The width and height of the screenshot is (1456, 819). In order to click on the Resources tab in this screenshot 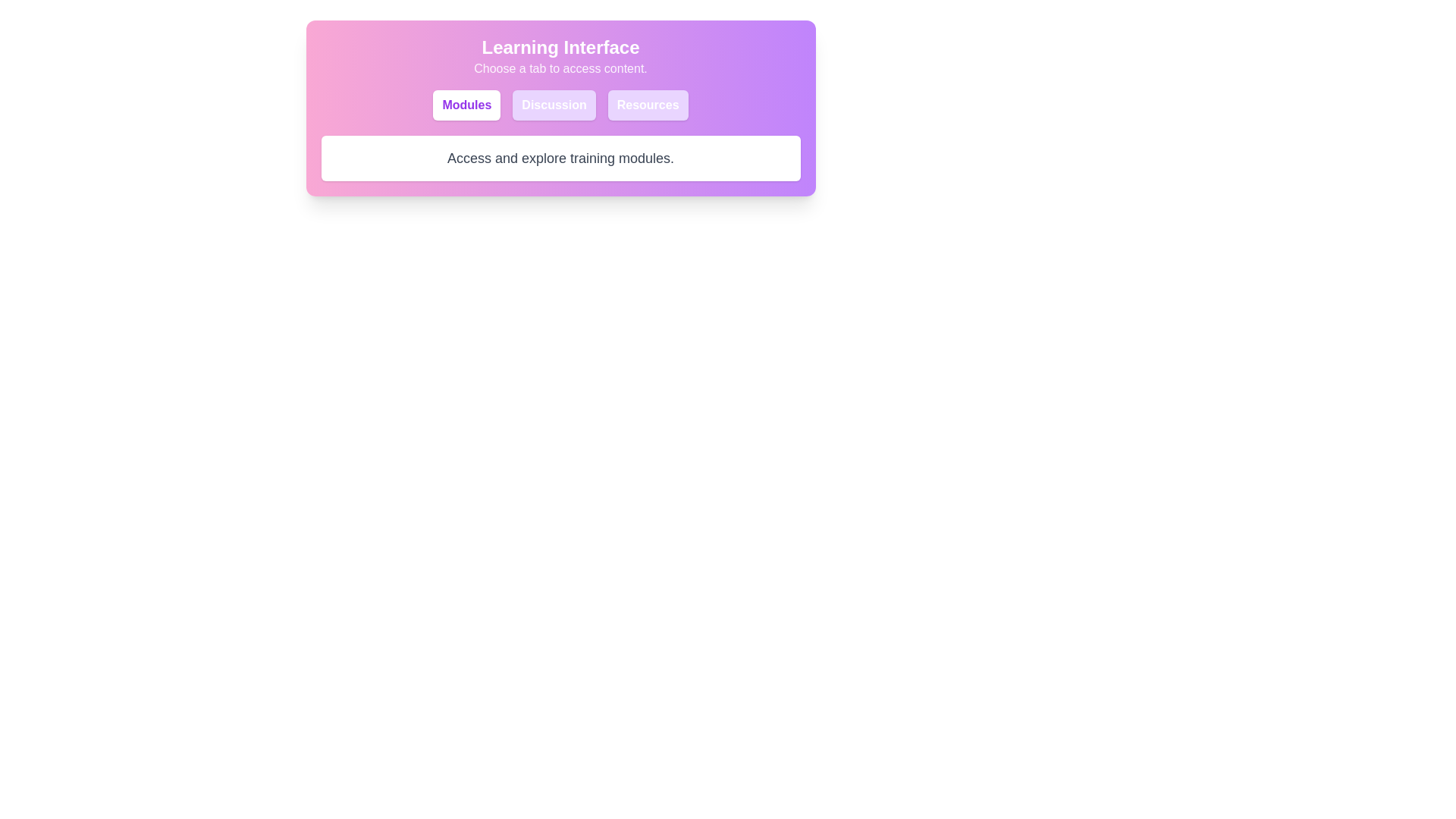, I will do `click(648, 104)`.